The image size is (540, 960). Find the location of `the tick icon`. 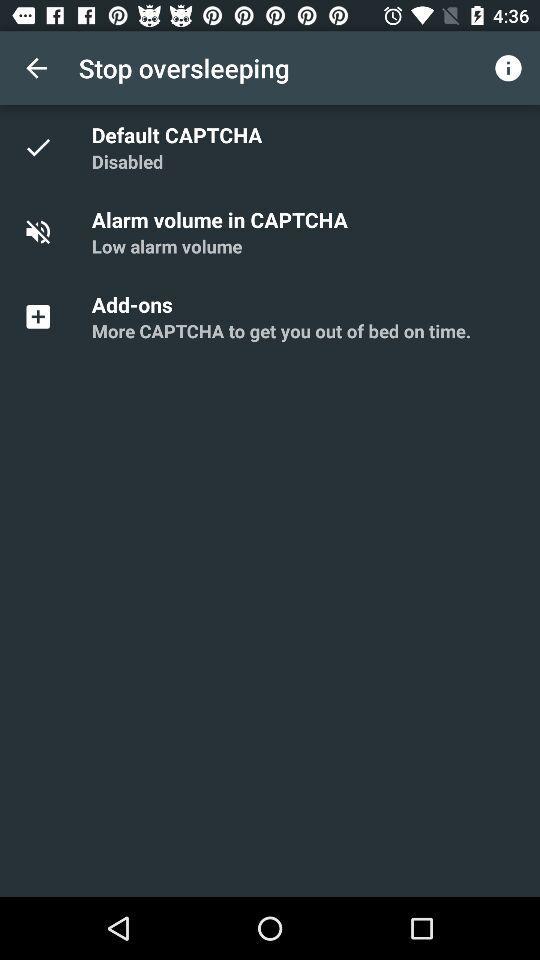

the tick icon is located at coordinates (49, 146).